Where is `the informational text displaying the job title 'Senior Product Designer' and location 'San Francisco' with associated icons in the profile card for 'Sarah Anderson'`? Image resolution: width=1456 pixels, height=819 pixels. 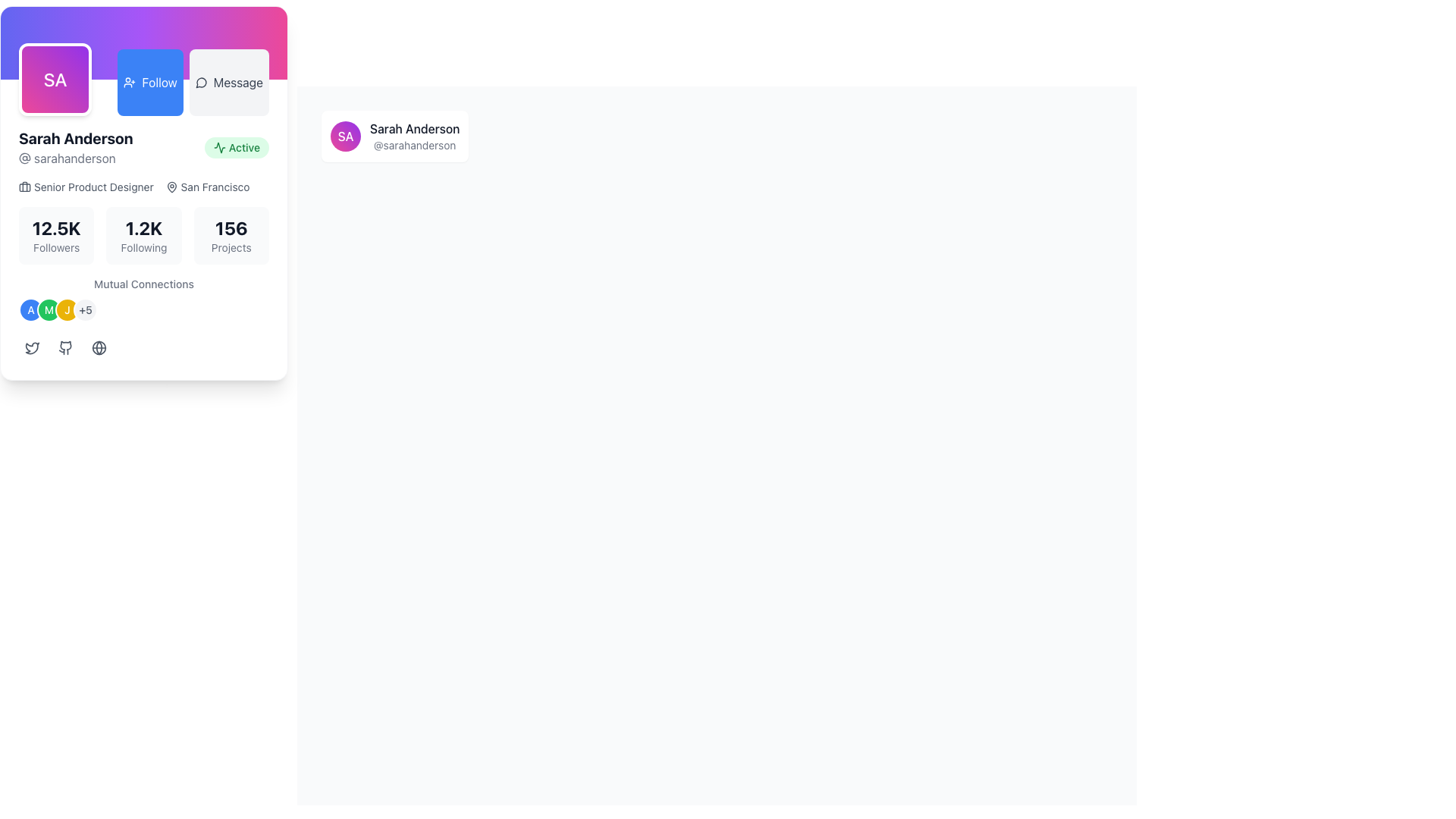 the informational text displaying the job title 'Senior Product Designer' and location 'San Francisco' with associated icons in the profile card for 'Sarah Anderson' is located at coordinates (144, 186).